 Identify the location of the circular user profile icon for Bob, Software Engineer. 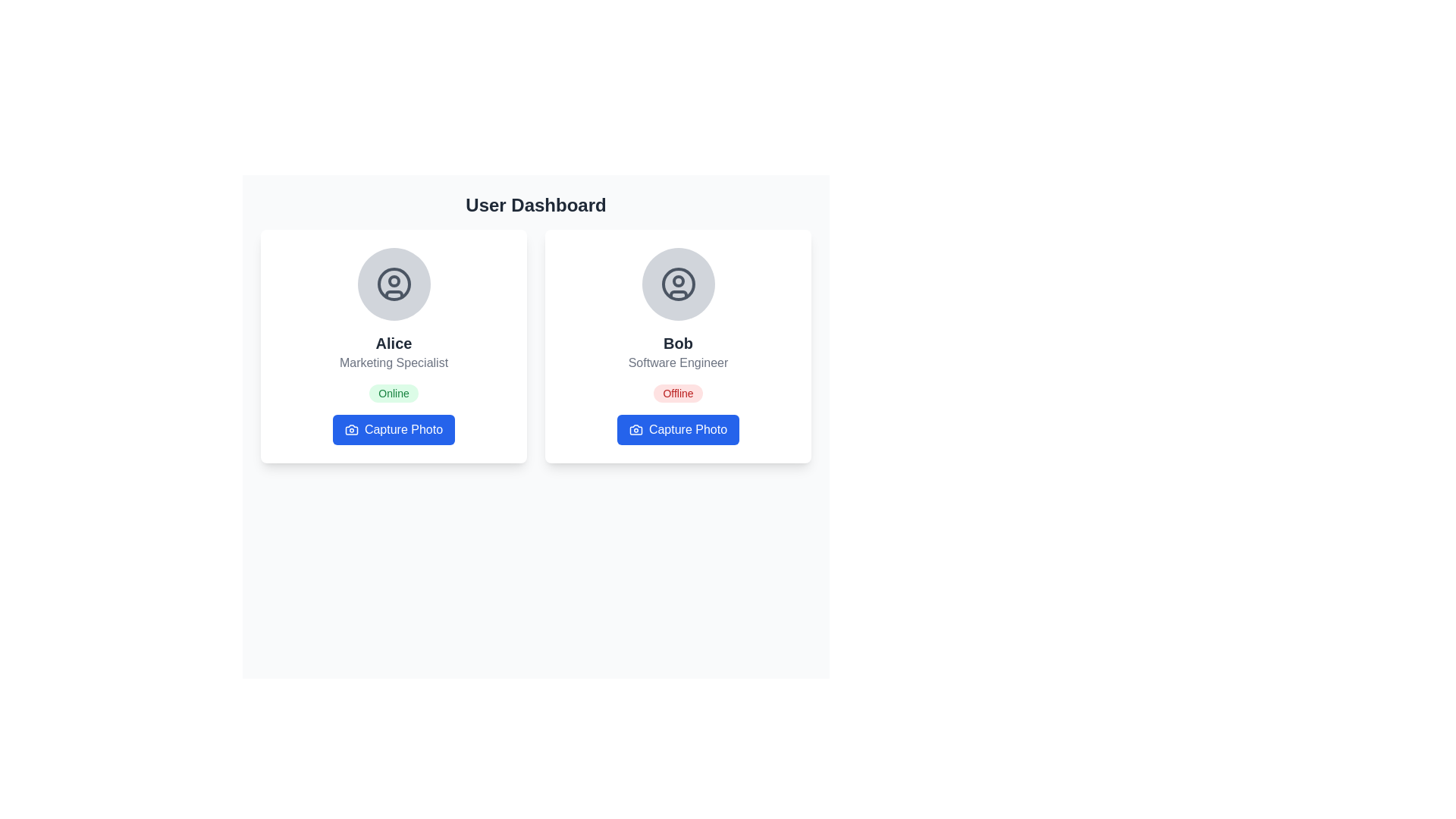
(677, 284).